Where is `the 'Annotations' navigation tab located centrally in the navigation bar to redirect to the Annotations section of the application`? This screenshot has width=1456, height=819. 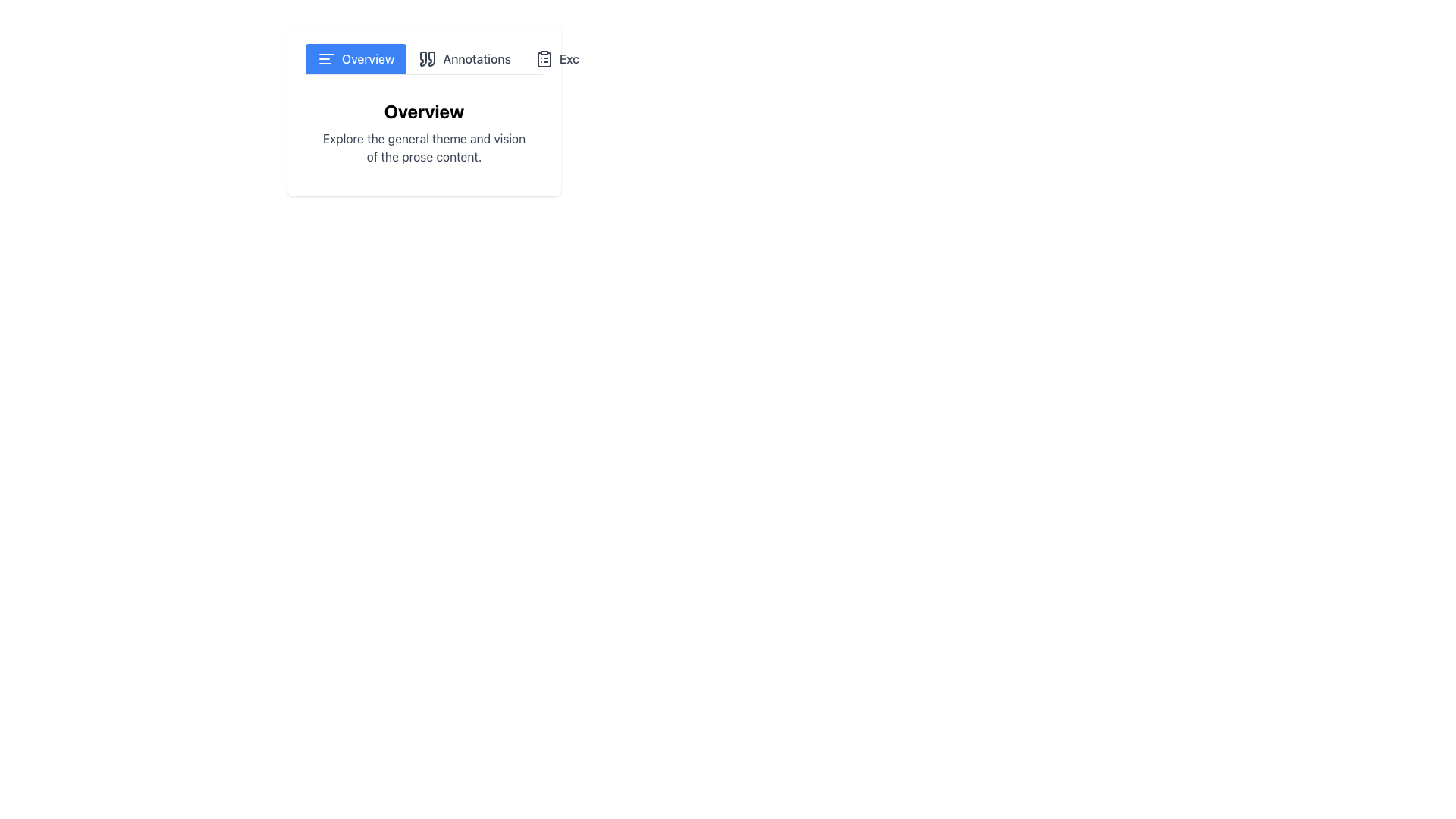 the 'Annotations' navigation tab located centrally in the navigation bar to redirect to the Annotations section of the application is located at coordinates (464, 58).